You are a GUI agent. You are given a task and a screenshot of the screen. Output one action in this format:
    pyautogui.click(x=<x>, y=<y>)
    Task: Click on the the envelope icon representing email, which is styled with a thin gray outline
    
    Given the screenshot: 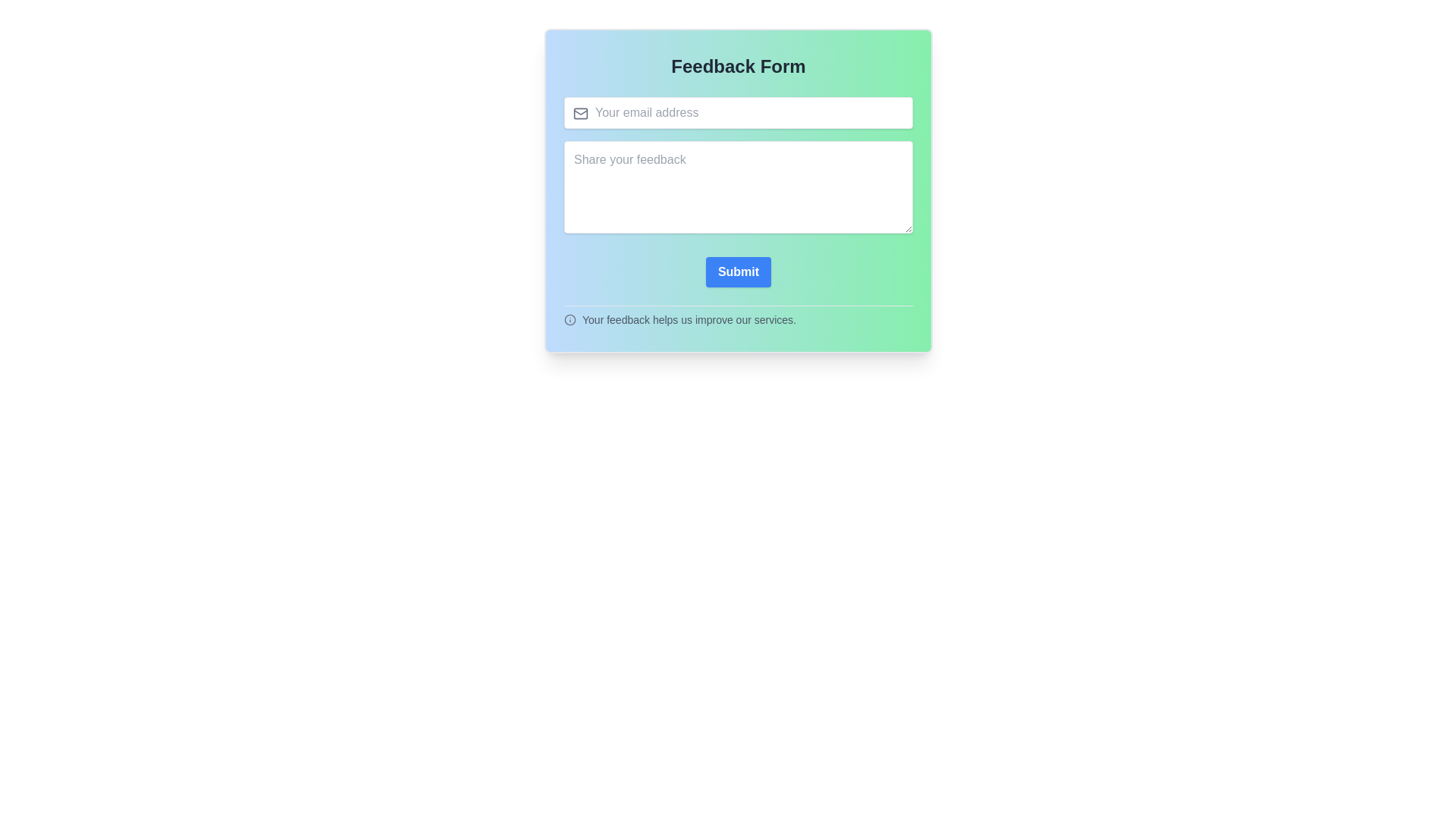 What is the action you would take?
    pyautogui.click(x=580, y=113)
    